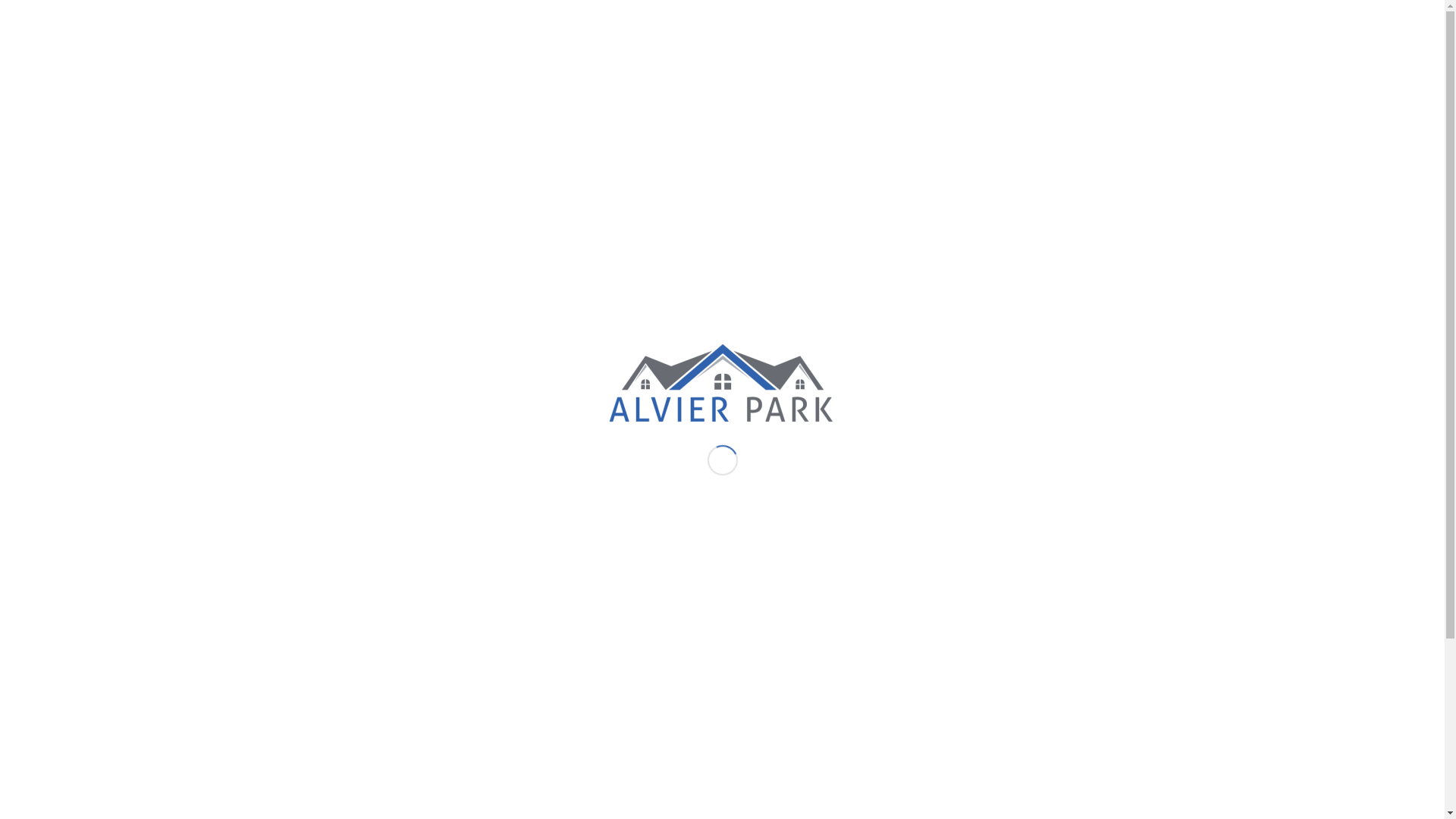  What do you see at coordinates (1123, 55) in the screenshot?
I see `'Kontakt'` at bounding box center [1123, 55].